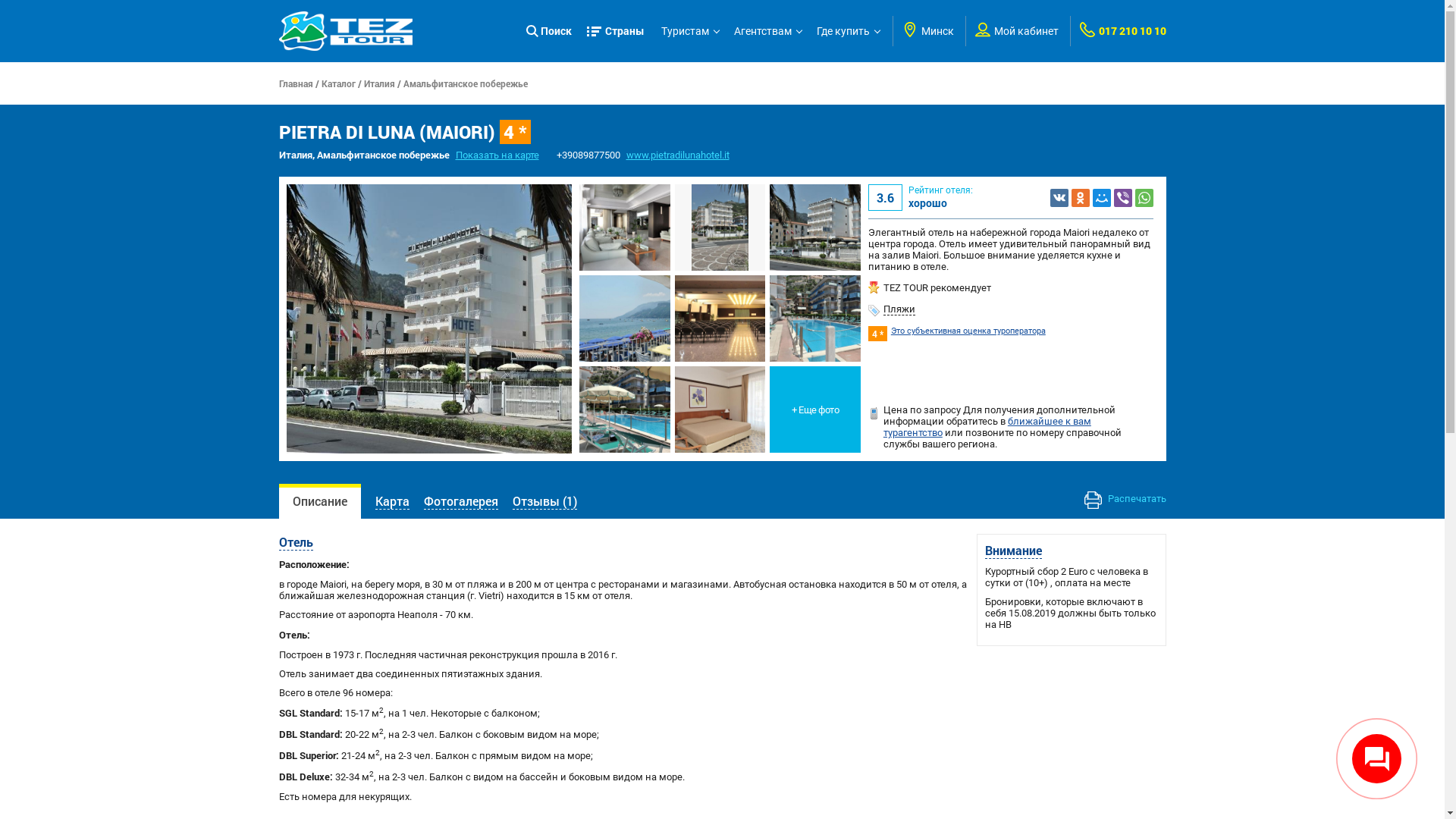 Image resolution: width=1456 pixels, height=819 pixels. Describe the element at coordinates (1123, 196) in the screenshot. I see `'Viber'` at that location.